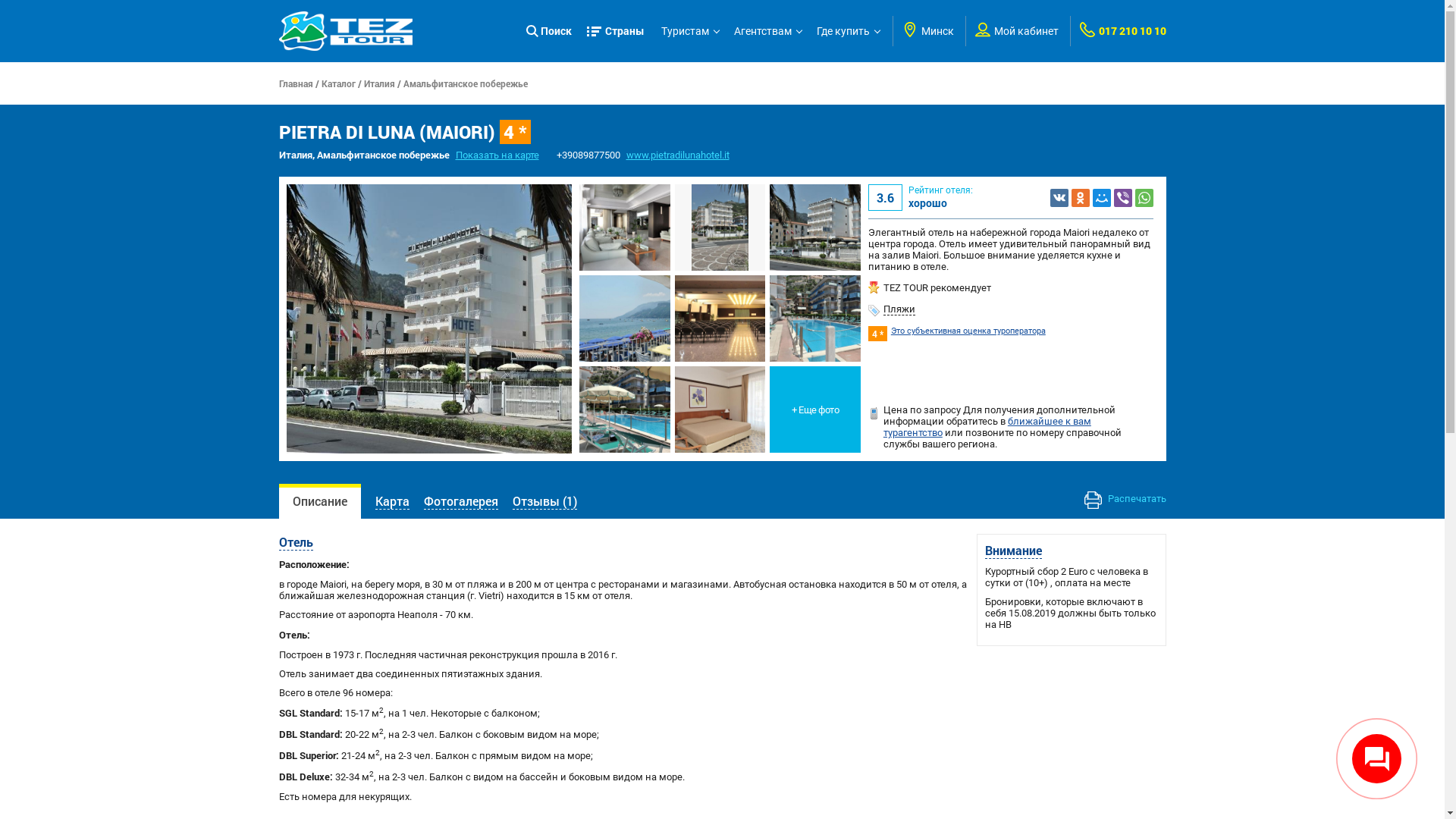 Image resolution: width=1456 pixels, height=819 pixels. Describe the element at coordinates (1123, 196) in the screenshot. I see `'Viber'` at that location.